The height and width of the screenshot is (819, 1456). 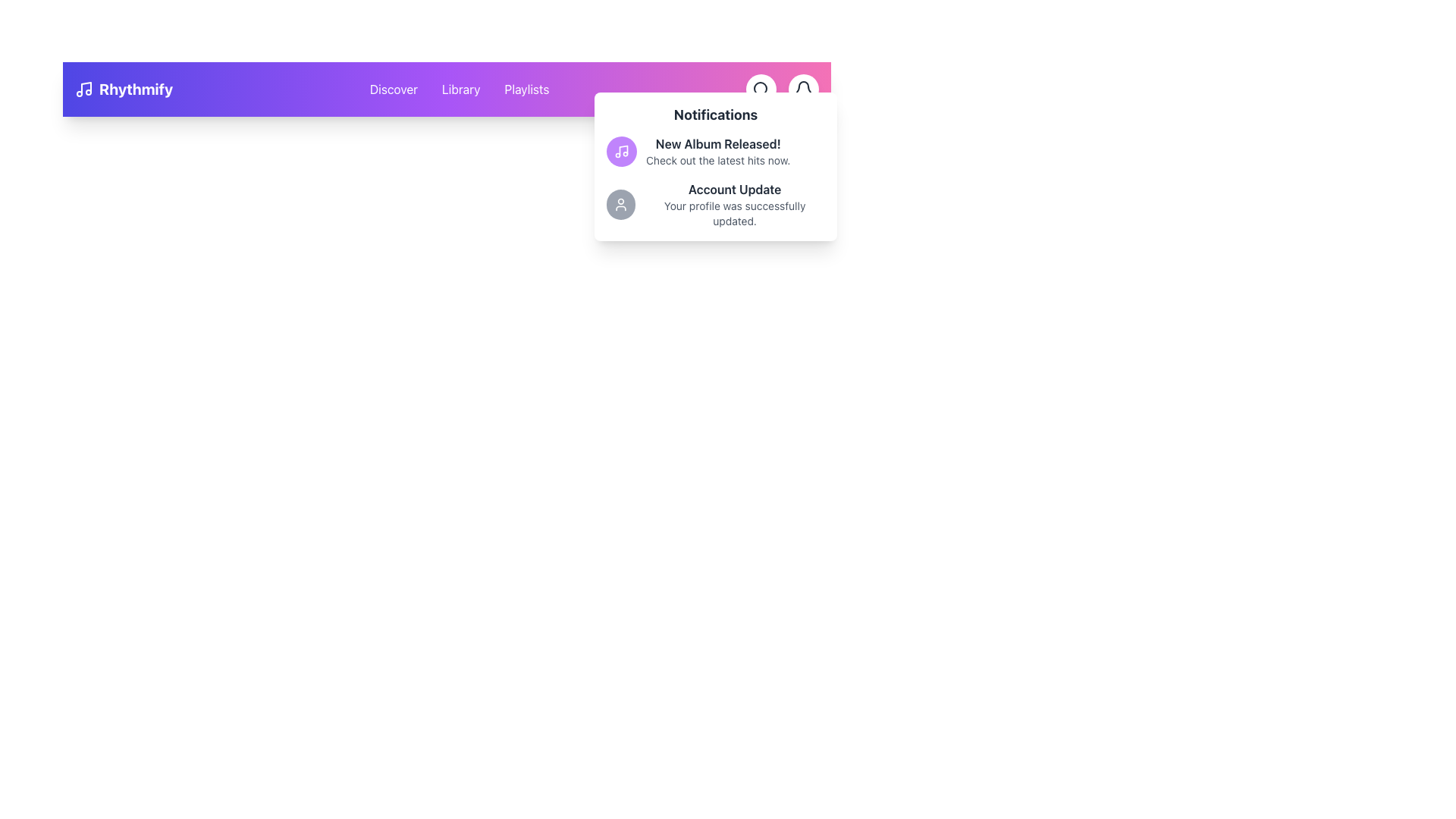 I want to click on the 'Discover', 'Library', or 'Playlists' navigation links in the Navigation Bar at the top of the interface, so click(x=446, y=89).